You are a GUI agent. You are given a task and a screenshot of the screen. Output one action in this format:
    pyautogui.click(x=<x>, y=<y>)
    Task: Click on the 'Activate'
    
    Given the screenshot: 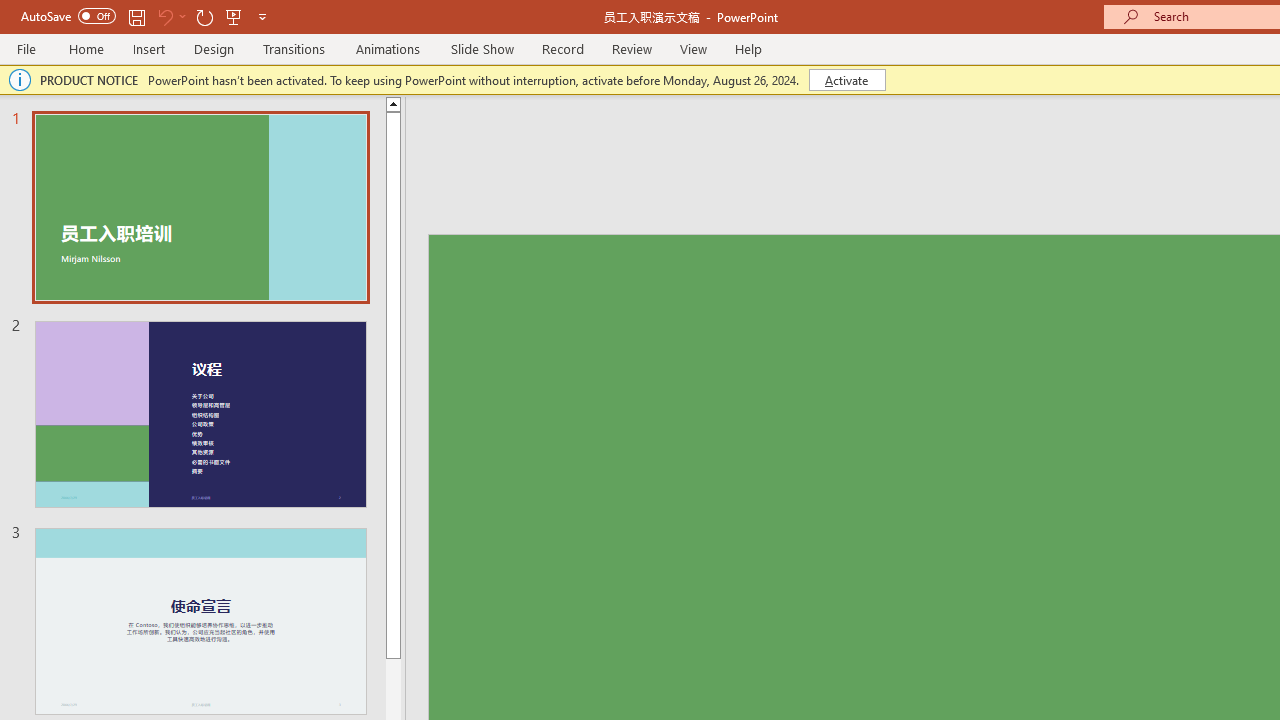 What is the action you would take?
    pyautogui.click(x=847, y=78)
    